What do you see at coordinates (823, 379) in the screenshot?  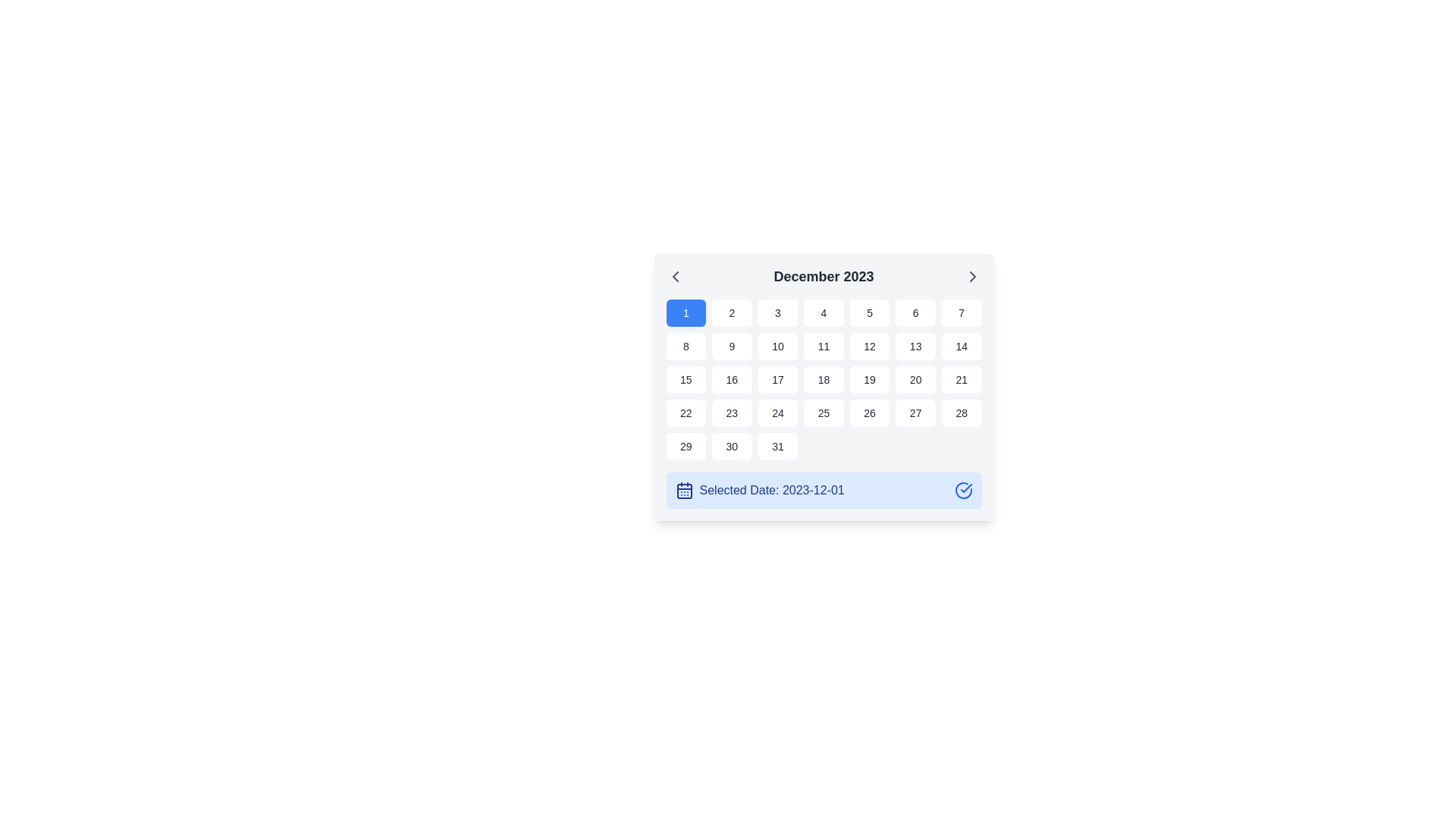 I see `an individual date box within the Calendar Date Selector Grid` at bounding box center [823, 379].